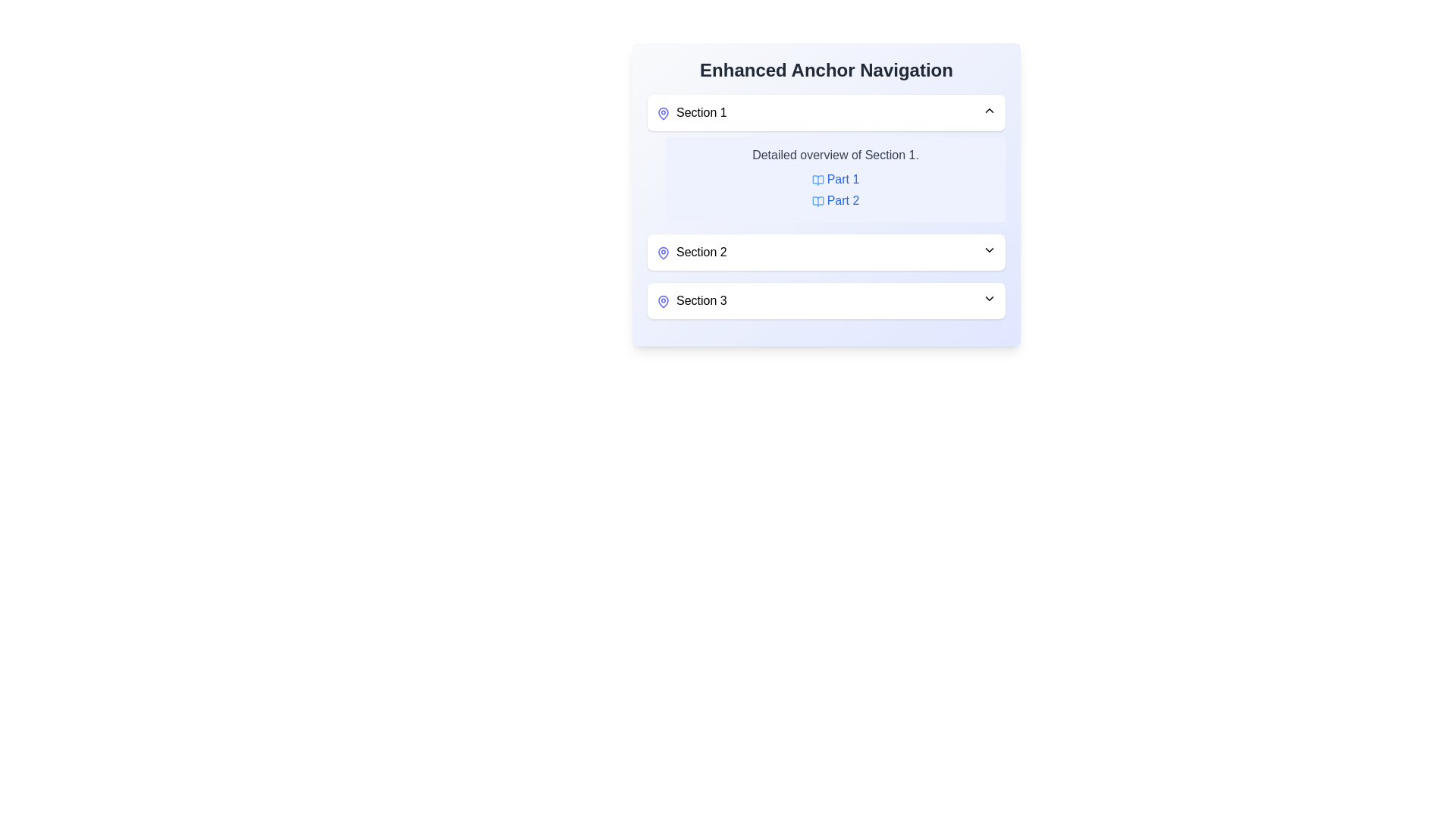  Describe the element at coordinates (663, 301) in the screenshot. I see `the pin icon representing 'Section 3' located to the left of the text within the 'Enhanced Anchor Navigation' panel` at that location.